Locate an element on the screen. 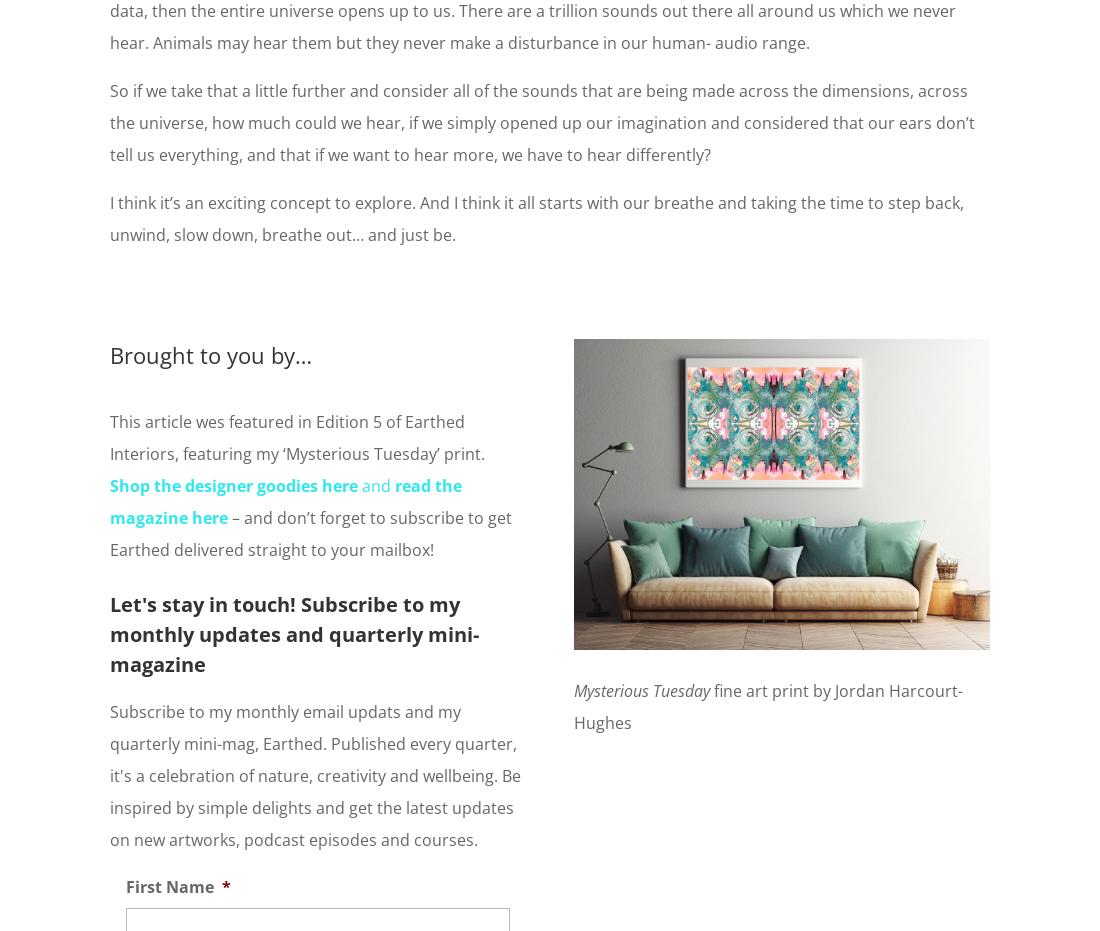 The width and height of the screenshot is (1100, 931). 'Mysterious Tuesday' is located at coordinates (644, 688).